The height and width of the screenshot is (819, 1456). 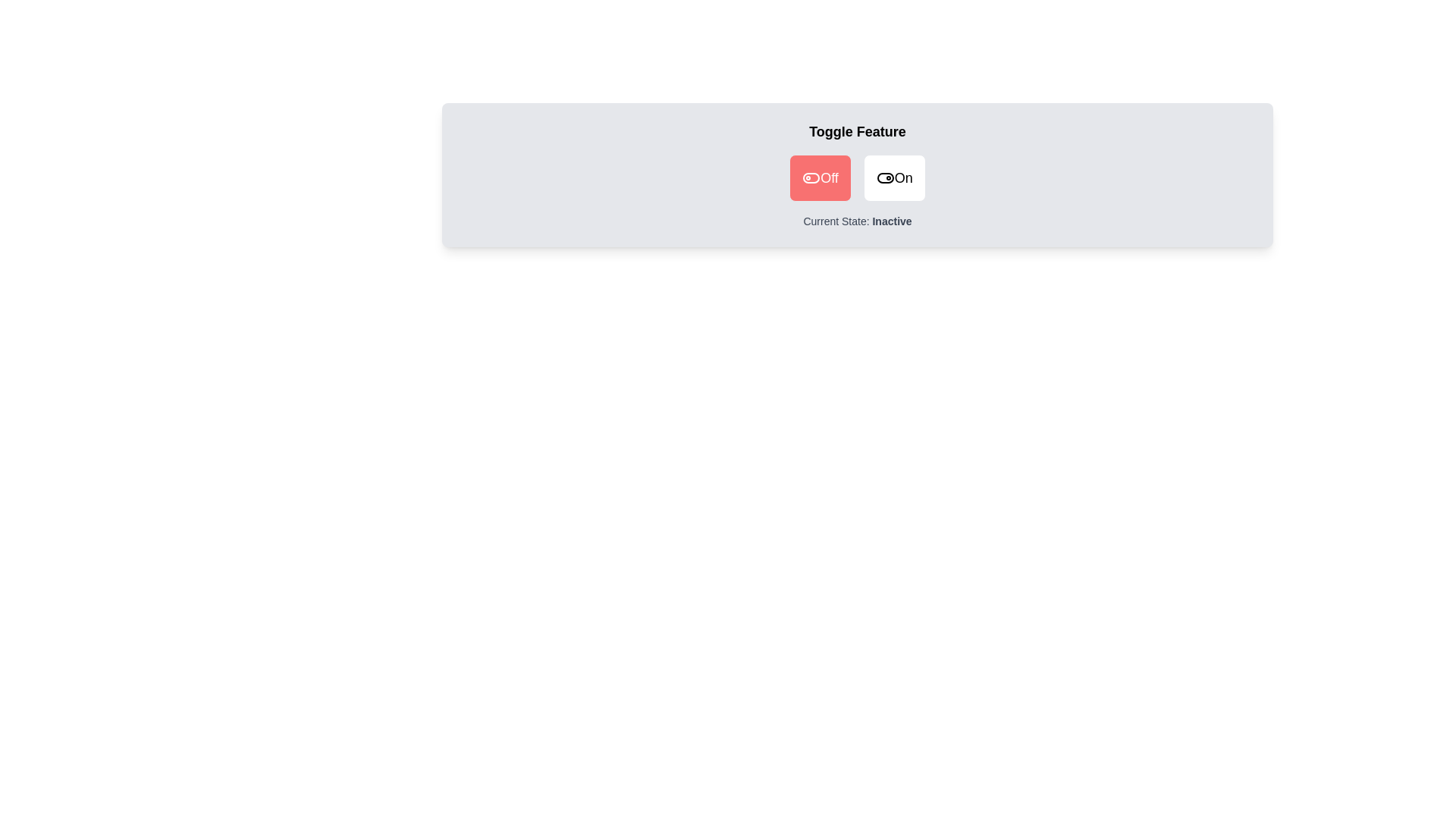 I want to click on the 'On' button to toggle the switch to 'On', so click(x=894, y=177).